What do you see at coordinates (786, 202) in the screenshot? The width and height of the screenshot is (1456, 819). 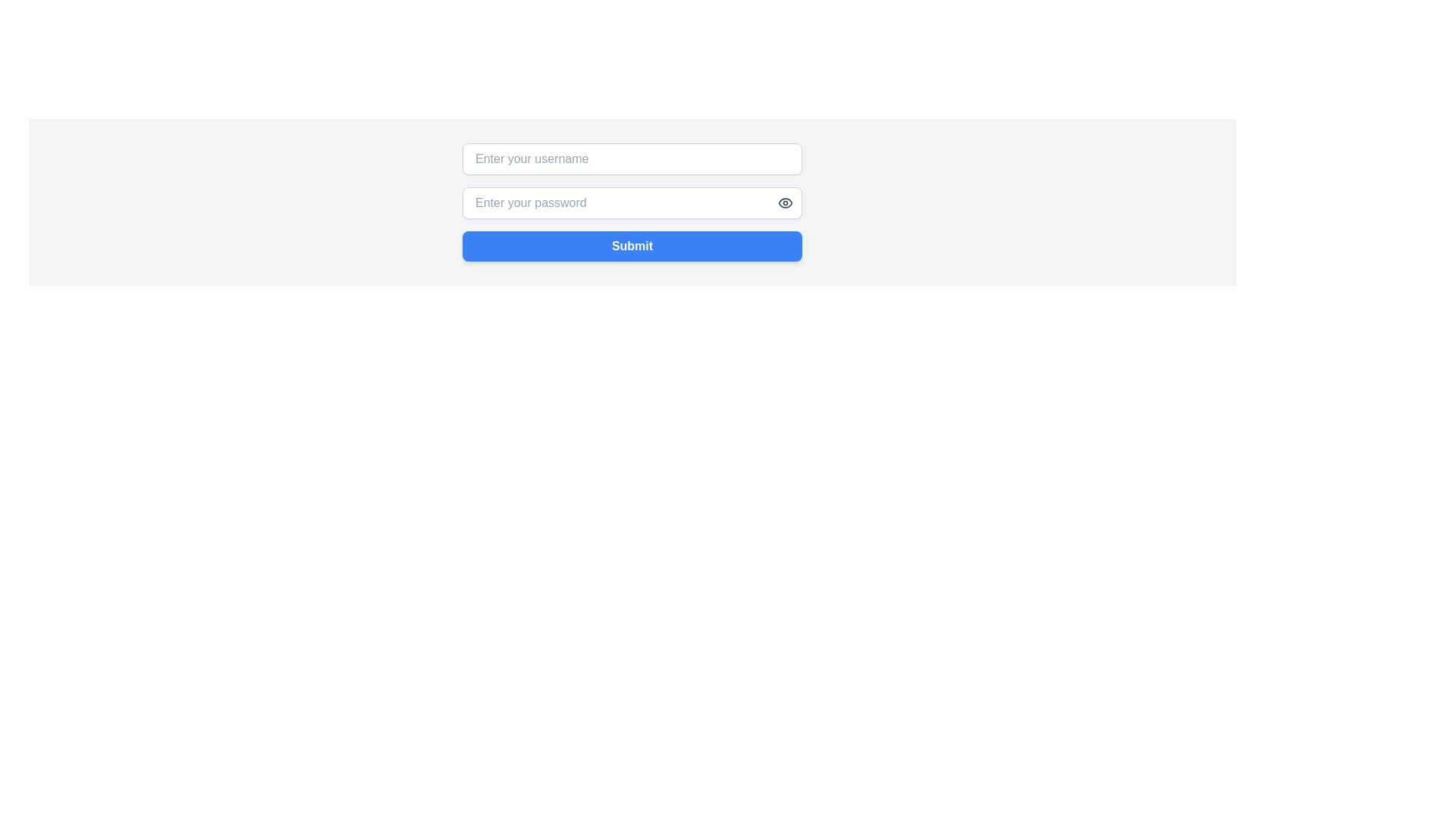 I see `the password visibility toggle icon located towards the right edge of the password input field to check the visual indication of the password visibility state` at bounding box center [786, 202].